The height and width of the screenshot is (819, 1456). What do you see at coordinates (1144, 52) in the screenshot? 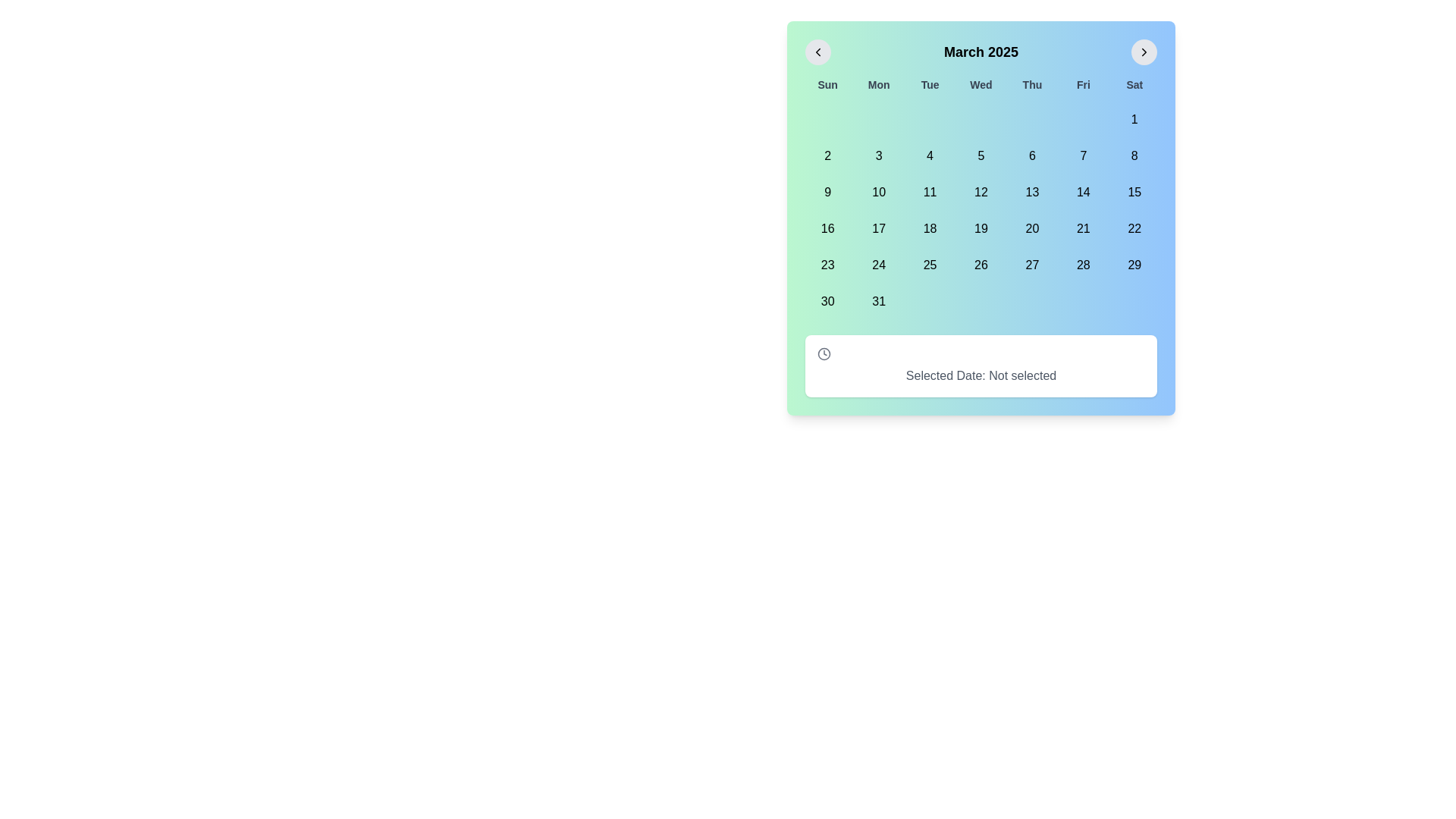
I see `the right-facing Chevron icon button located in the top-right corner of the calendar interface, adjacent to the title 'March 2025', to enable navigation to the next month or year` at bounding box center [1144, 52].